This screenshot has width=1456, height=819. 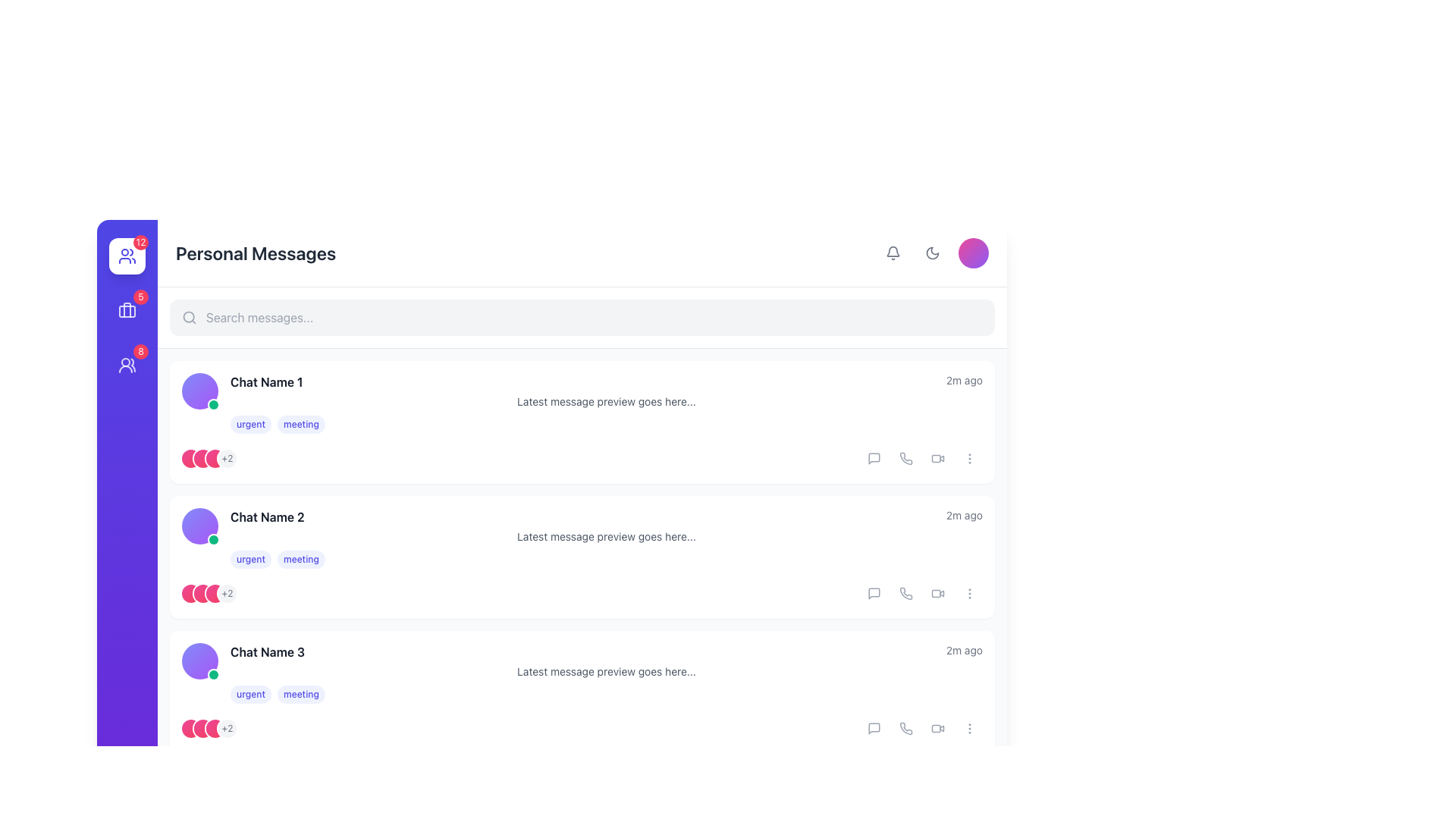 What do you see at coordinates (607, 403) in the screenshot?
I see `the first chat entry in the 'Personal Messages' section` at bounding box center [607, 403].